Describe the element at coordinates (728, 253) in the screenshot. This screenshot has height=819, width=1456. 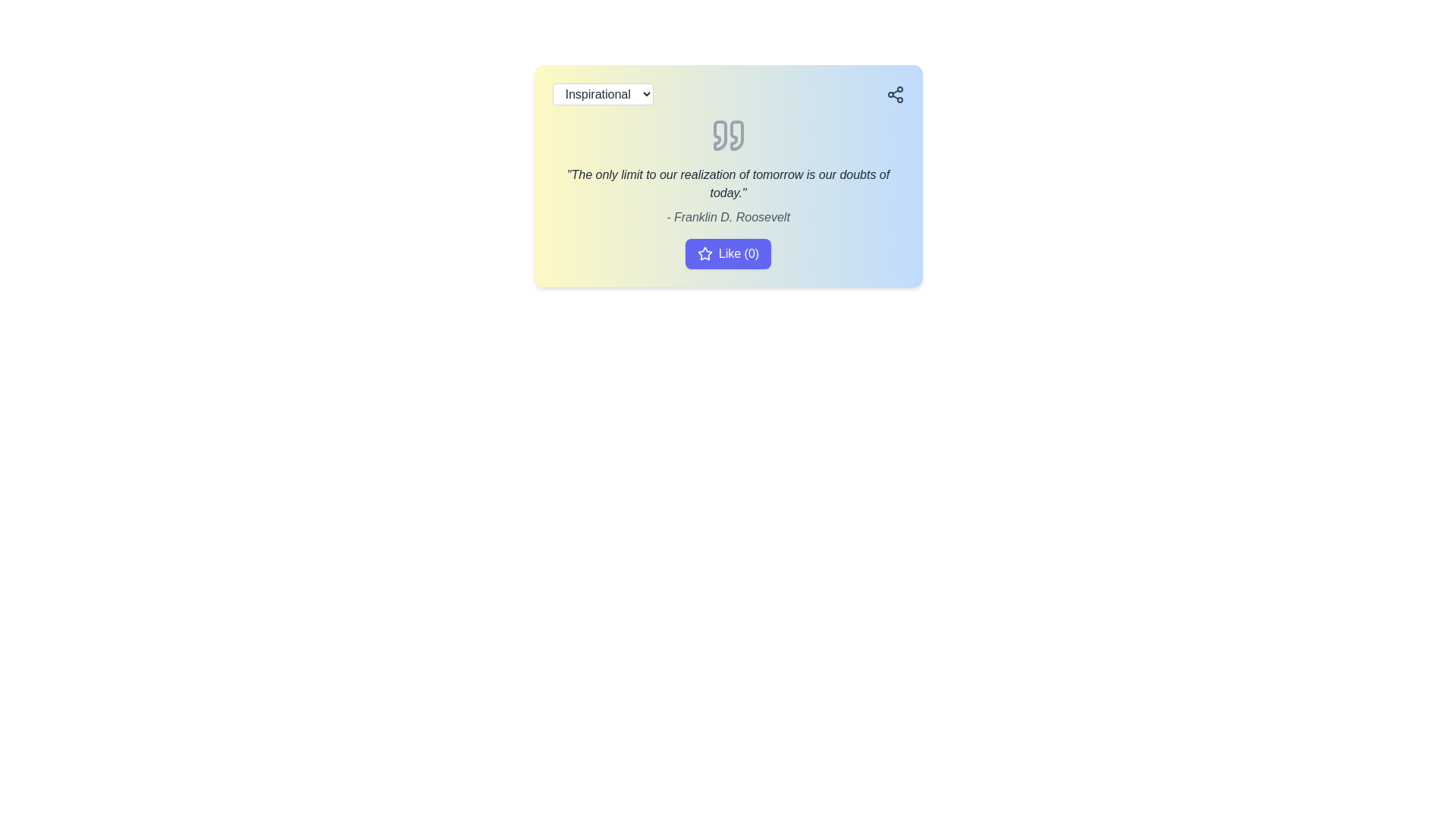
I see `the like button located at the bottom center of the card layout, which allows users to express approval for the content` at that location.